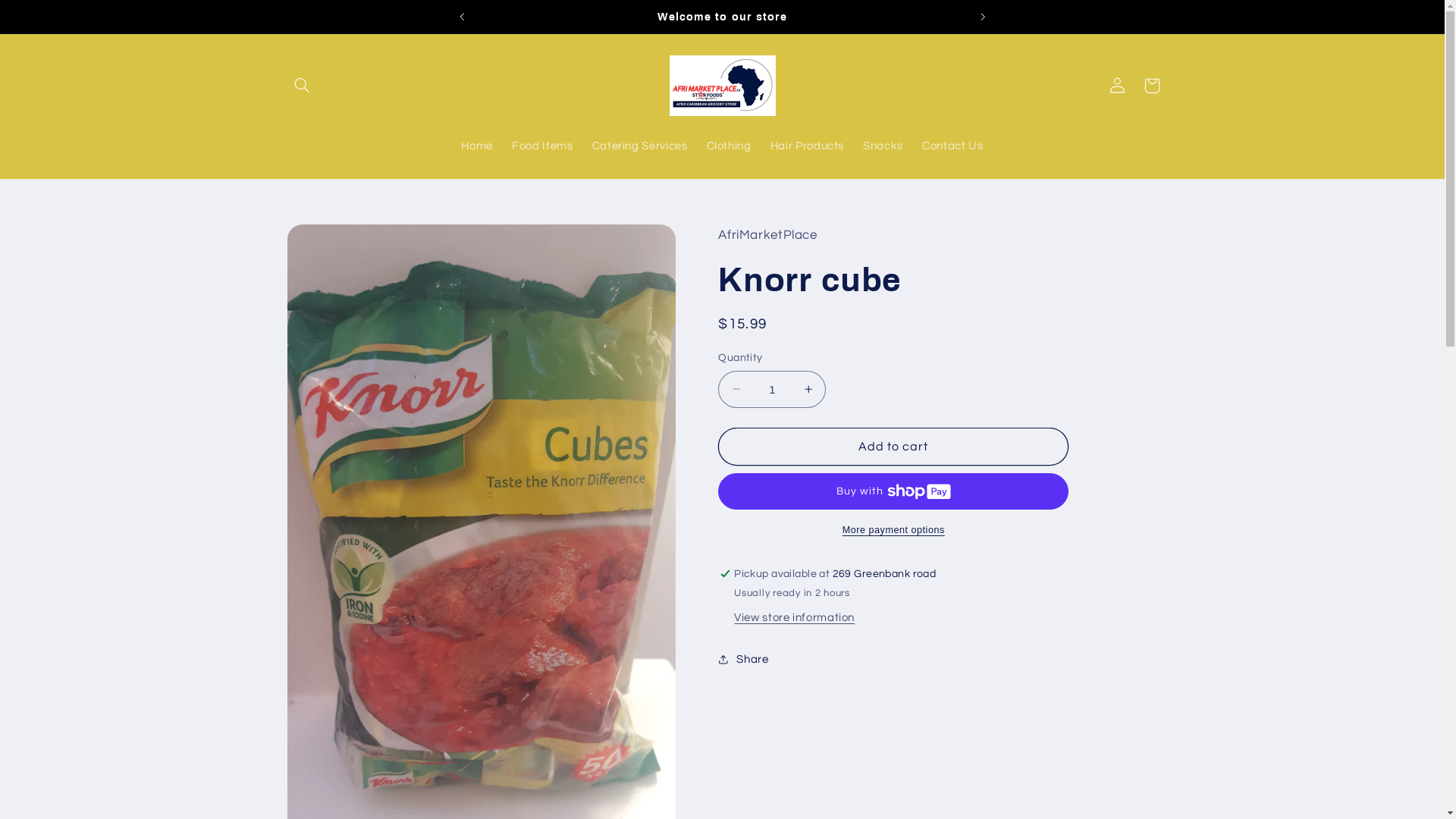 The height and width of the screenshot is (819, 1456). What do you see at coordinates (893, 529) in the screenshot?
I see `'More payment options'` at bounding box center [893, 529].